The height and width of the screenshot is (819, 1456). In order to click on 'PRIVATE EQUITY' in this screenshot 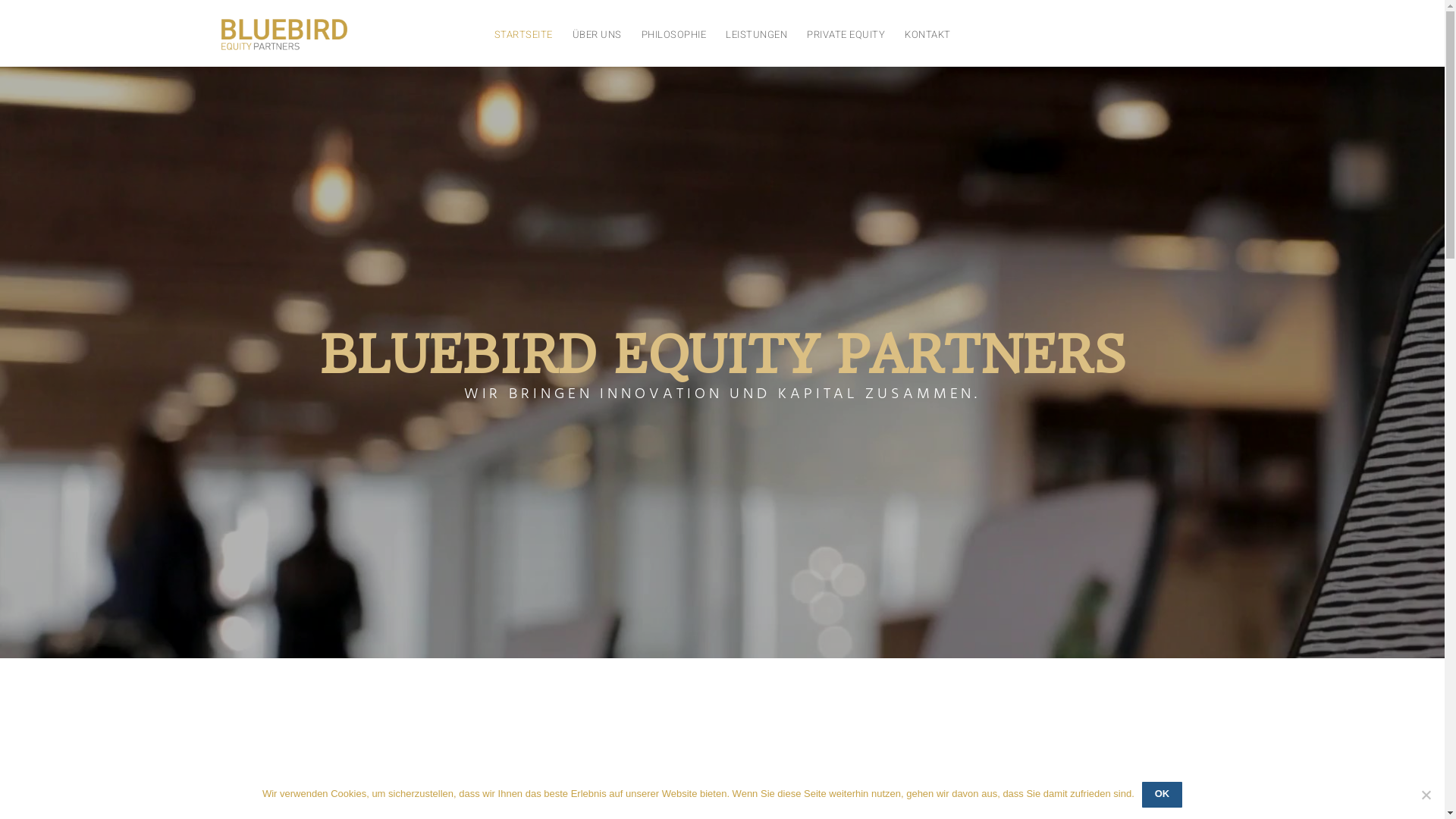, I will do `click(845, 34)`.